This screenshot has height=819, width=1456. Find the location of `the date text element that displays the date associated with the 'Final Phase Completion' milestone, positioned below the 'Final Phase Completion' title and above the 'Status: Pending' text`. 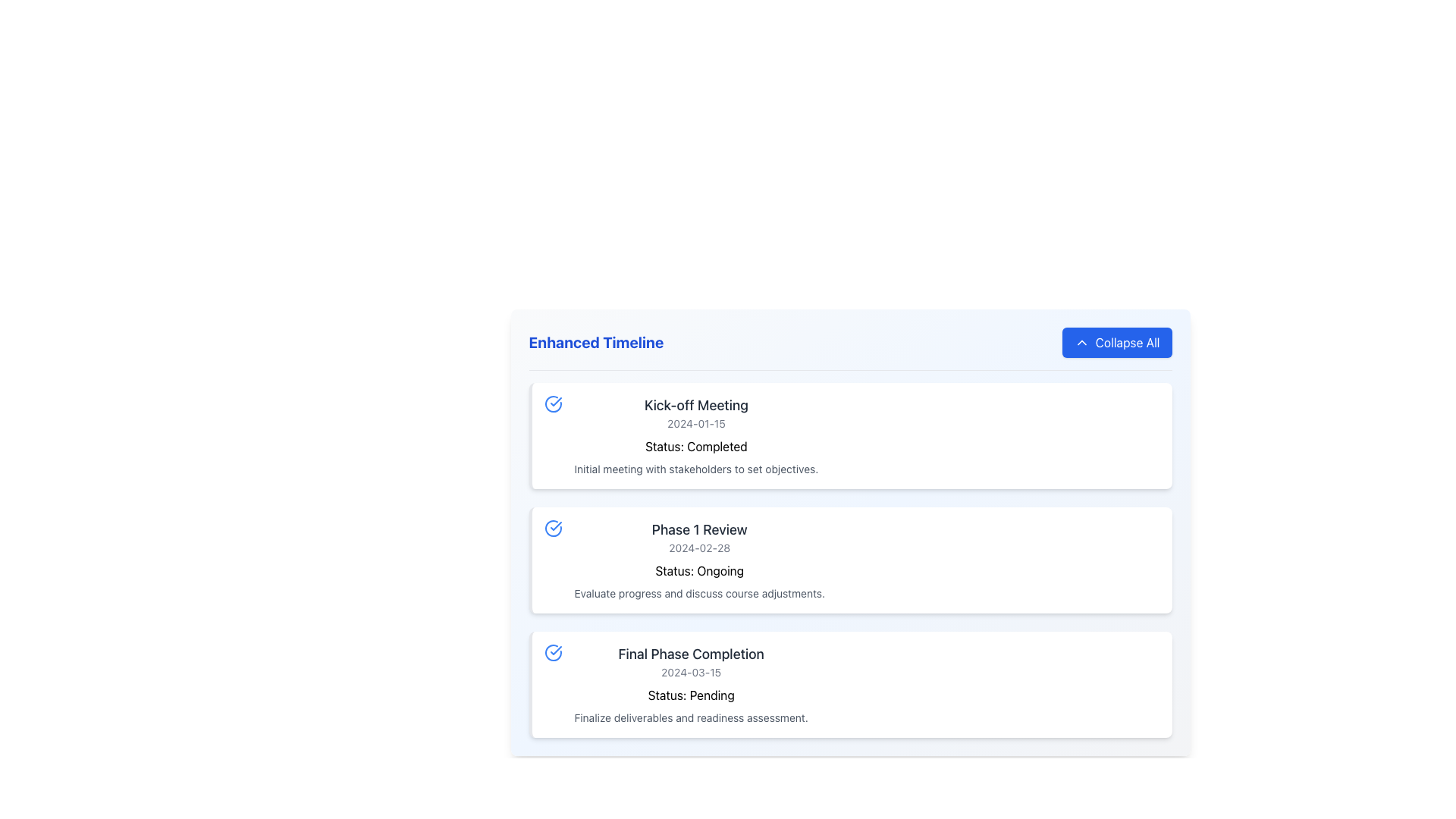

the date text element that displays the date associated with the 'Final Phase Completion' milestone, positioned below the 'Final Phase Completion' title and above the 'Status: Pending' text is located at coordinates (690, 672).